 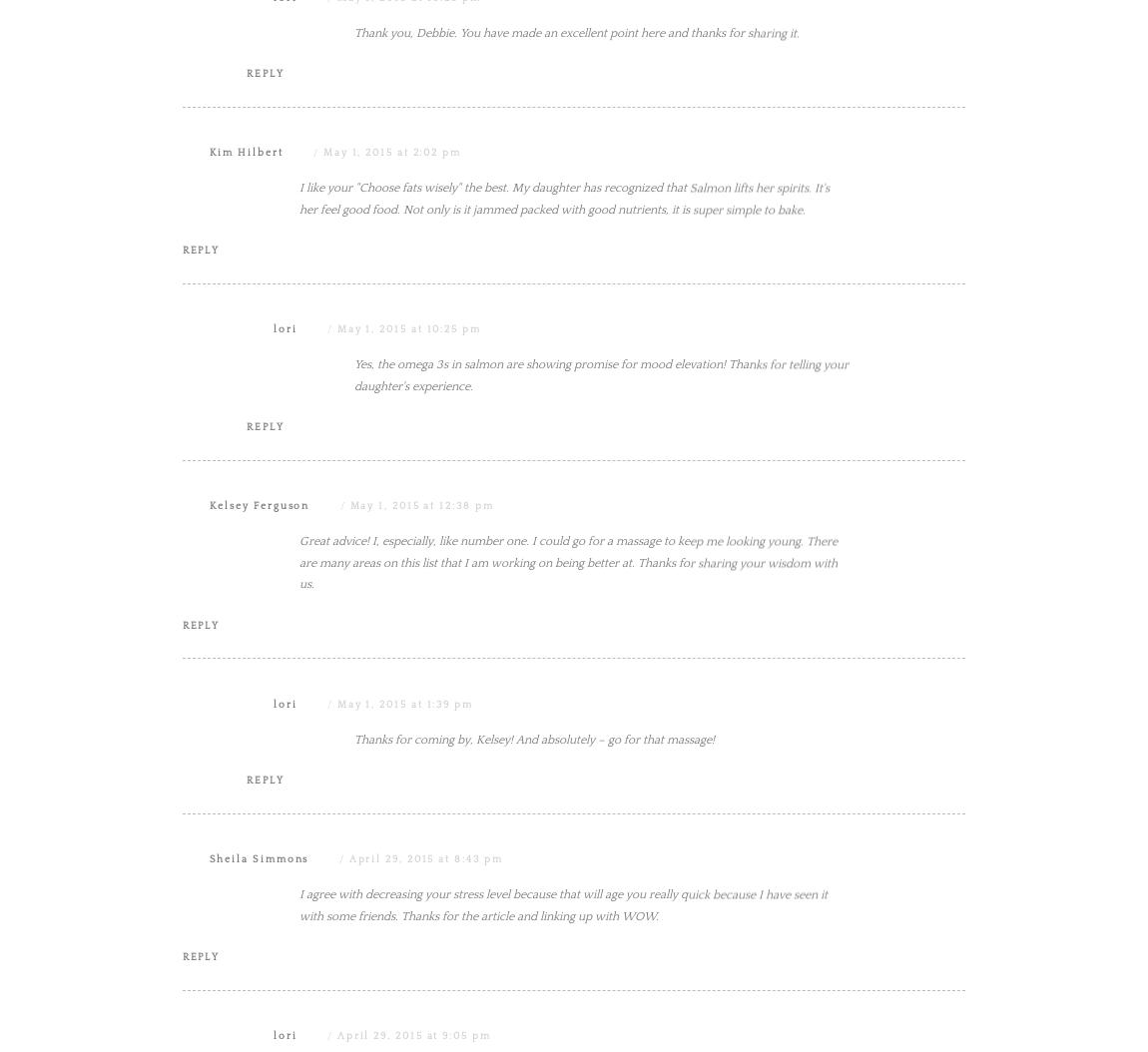 I want to click on 'Great advice! I, especially, like number one. I could go for a massage to keep me looking young. There are many areas on this list that I am working on being better at. Thanks for sharing your wisdom with us.', so click(x=568, y=764).